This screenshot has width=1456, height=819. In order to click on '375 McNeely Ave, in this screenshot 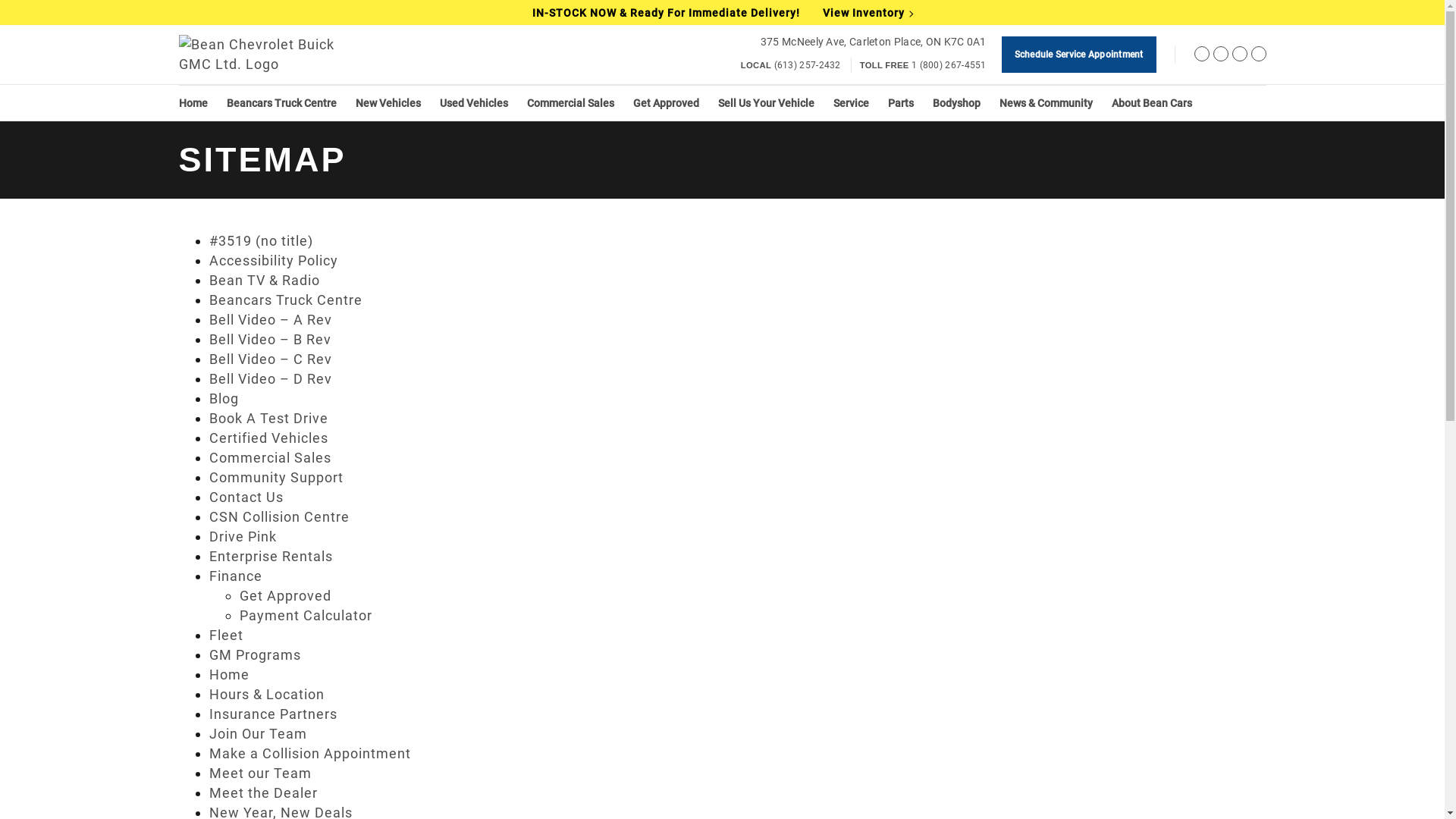, I will do `click(874, 41)`.